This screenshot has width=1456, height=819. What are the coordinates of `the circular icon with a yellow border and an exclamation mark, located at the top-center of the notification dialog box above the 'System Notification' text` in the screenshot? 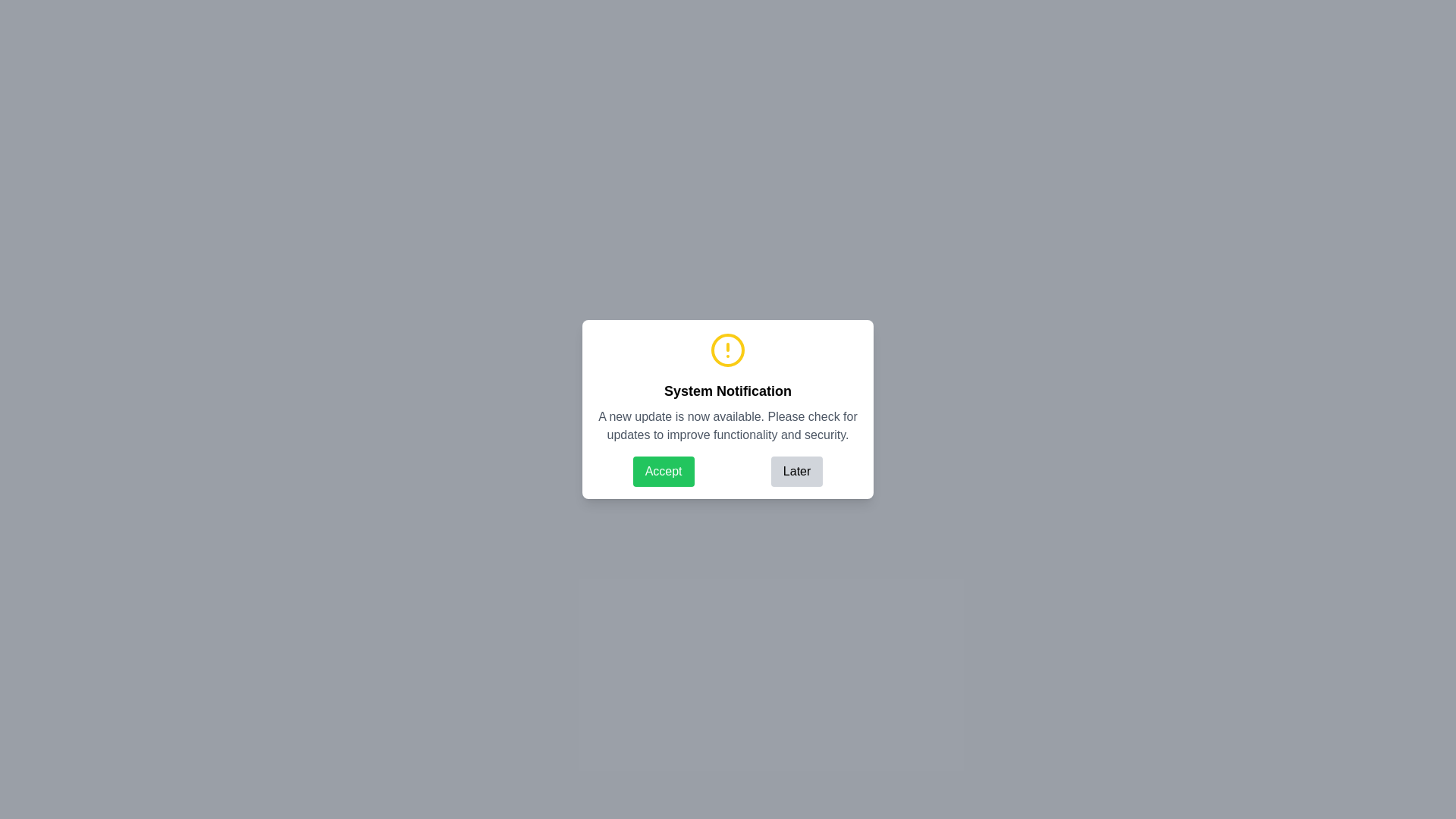 It's located at (728, 350).